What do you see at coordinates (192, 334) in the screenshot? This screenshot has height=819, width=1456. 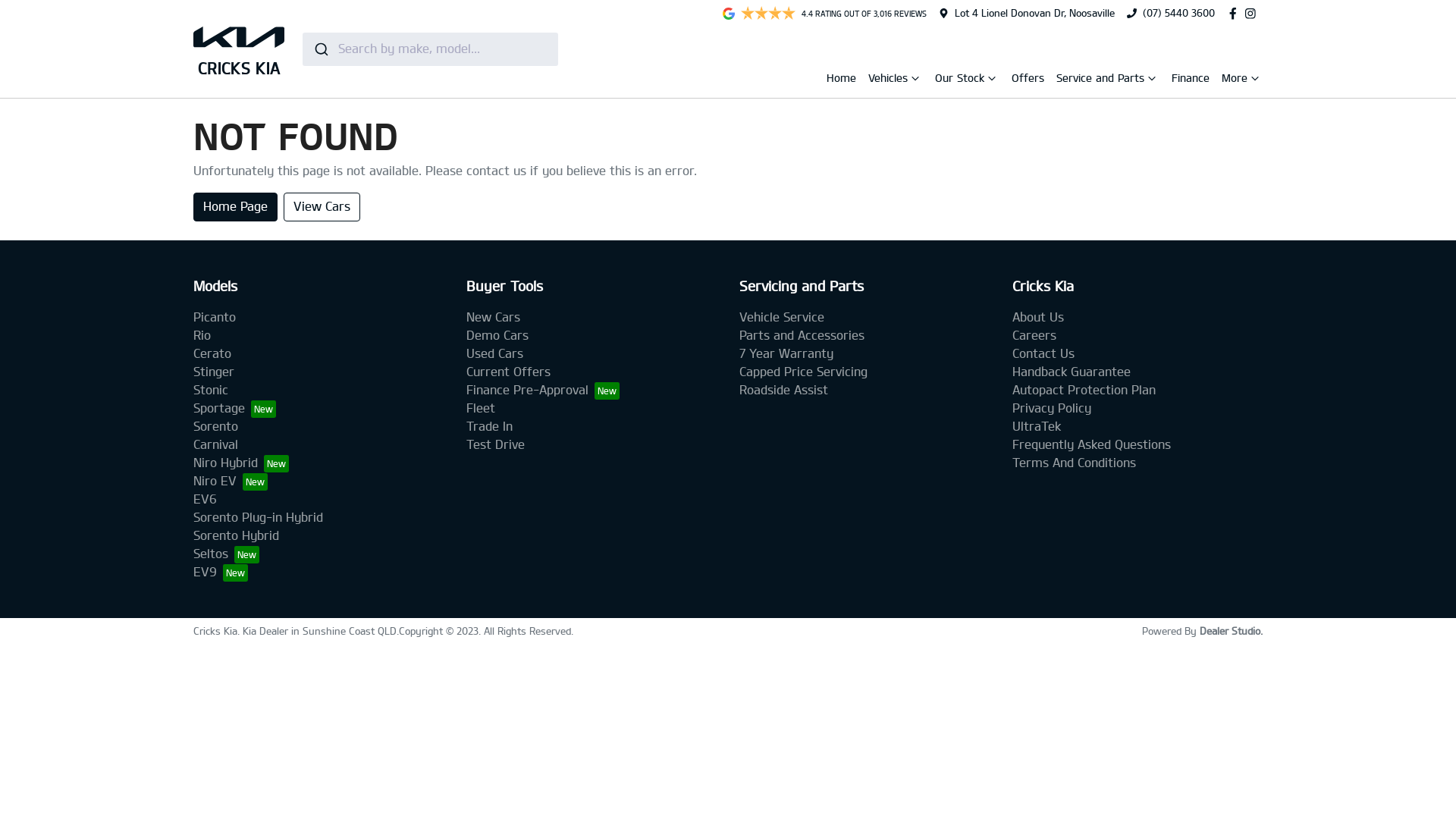 I see `'Rio'` at bounding box center [192, 334].